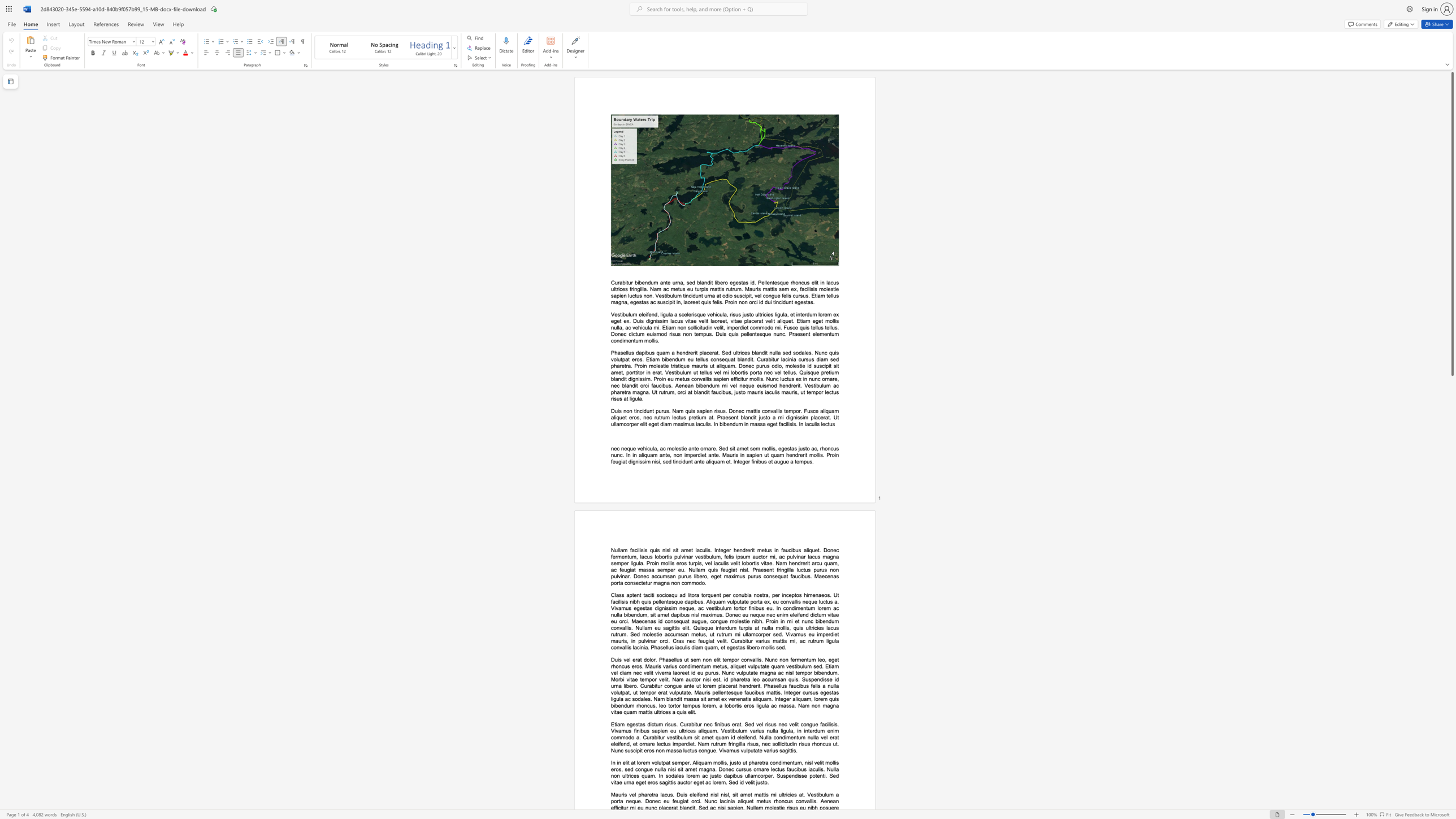 This screenshot has width=1456, height=819. Describe the element at coordinates (808, 679) in the screenshot. I see `the subset text "spendisse id urna libero. Curabitur congue ante ut lorem placerat hendrerit. Phasellus faucibus felis a nulla volutpat, ut tempor erat vulputate. Mauris pellentesque faucibus mattis. Integer cursus egestas ligula ac sodales. Nam blandit massa sit amet ex venenatis aliquam. Integer aliquam, lorem quis bibendum rhoncus, leo tortor tempus lorem, a lobortis eros ligula a" within the text "Duis vel erat dolor. Phasellus ut sem non elit tempor convallis. Nunc non fermentum leo, eget rhoncus eros. Mauris varius condimentum metus, aliquet vulputate quam vestibulum sed. Etiam vel diam nec velit viverra laoreet id eu purus. Nunc vulputate magna ac nisl tempor bibendum. Morbi vitae tempor velit. Nam auctor nisi est, id pharetra leo accumsan quis. Suspendisse id urna libero. Curabitur congue ante ut lorem placerat hendrerit. Phasellus faucibus felis a nulla volutpat, ut tempor erat vulputate. Mauris pellentesque faucibus mattis. Integer cursus egestas ligula ac sodales. Nam blandit massa sit amet ex venenatis aliquam. Integer aliquam, lorem quis bibendum rhoncus, leo tortor tempus lorem, a lobortis eros ligula ac massa. Nam non magna vitae quam mattis ultrices a quis elit."` at that location.